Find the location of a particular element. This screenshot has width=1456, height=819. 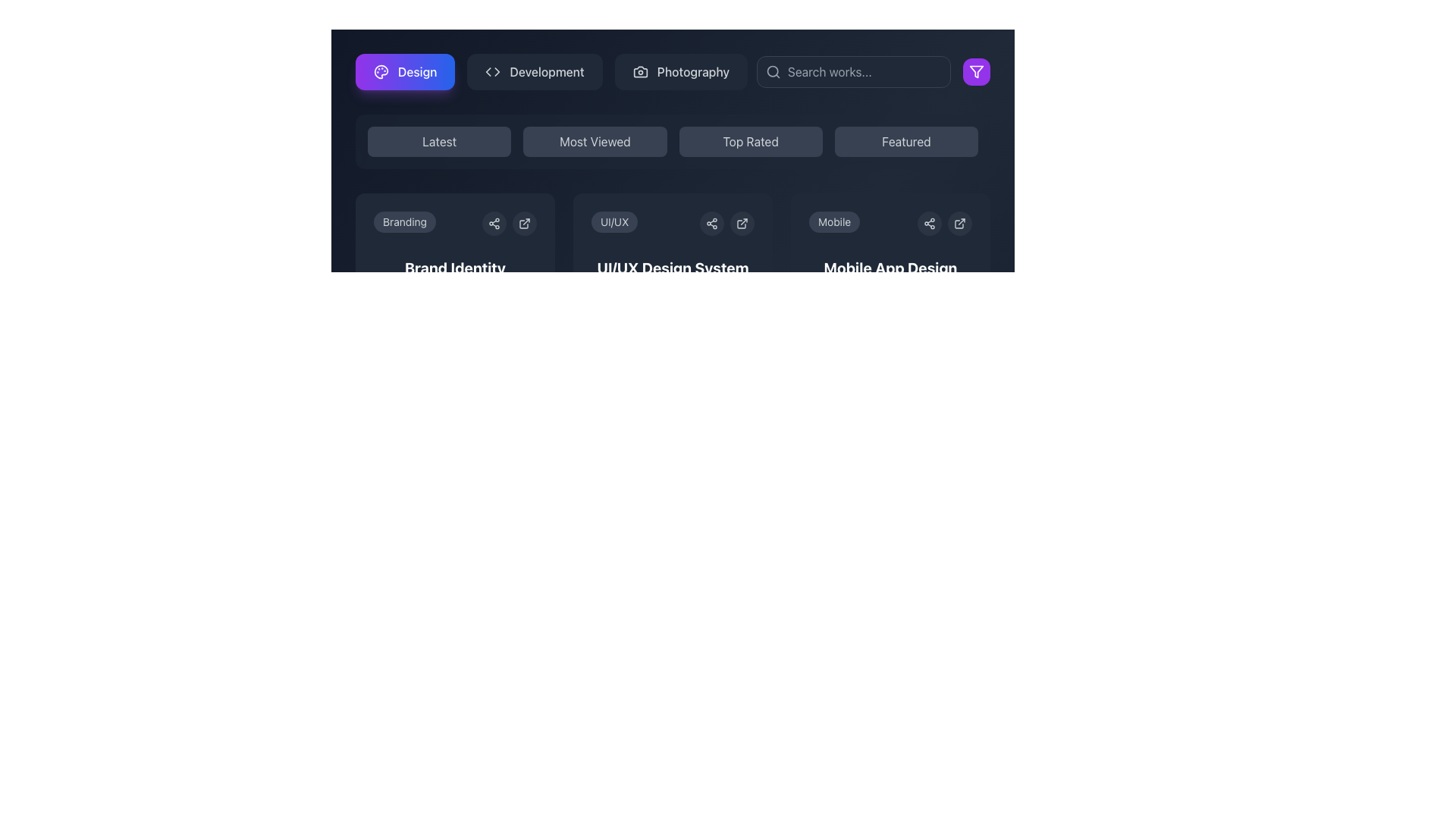

the 'Featured' button with a gray background and rounded corners, located on the far right of a group of four buttons is located at coordinates (906, 141).